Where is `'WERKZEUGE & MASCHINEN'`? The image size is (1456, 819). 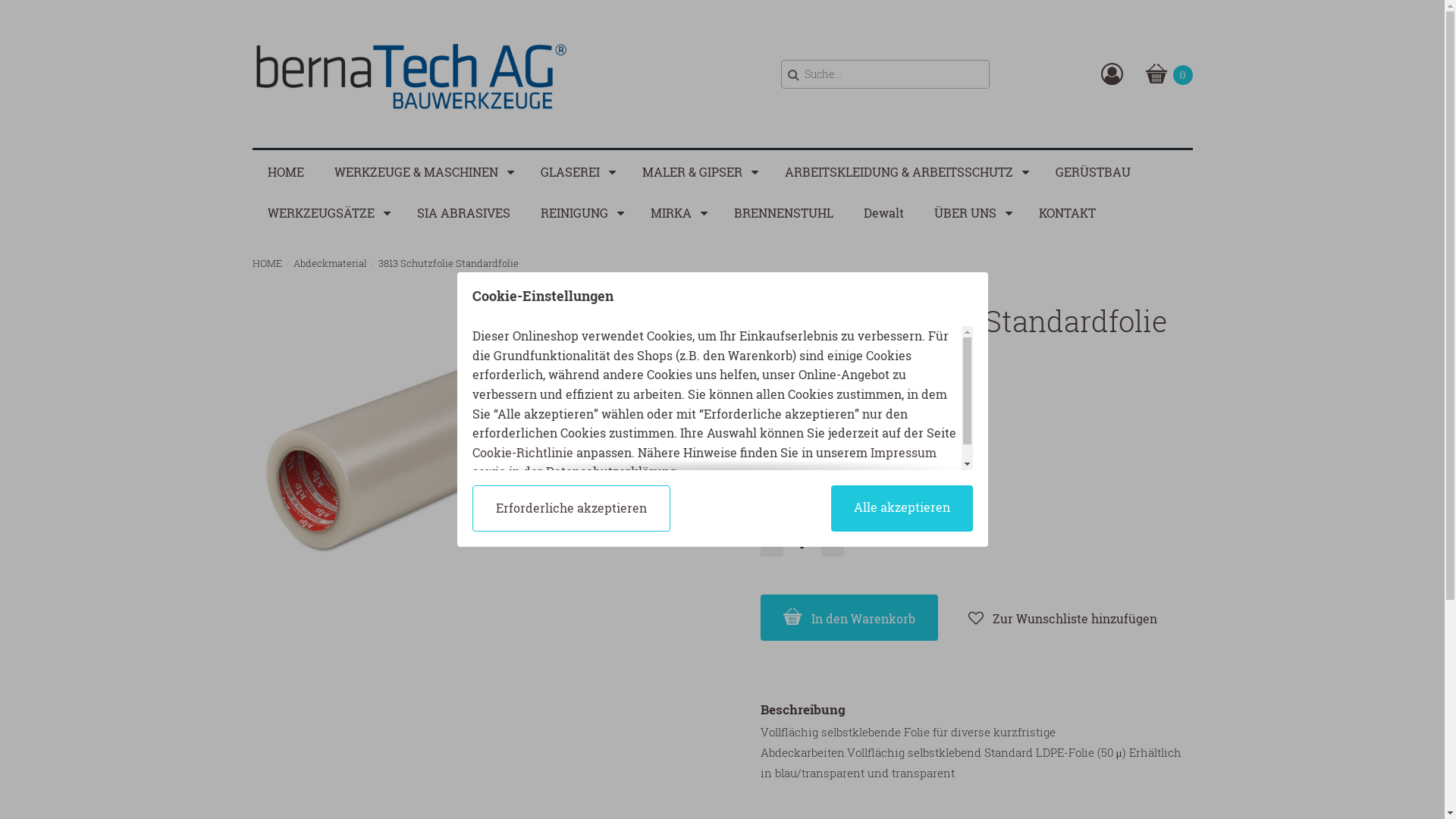 'WERKZEUGE & MASCHINEN' is located at coordinates (422, 171).